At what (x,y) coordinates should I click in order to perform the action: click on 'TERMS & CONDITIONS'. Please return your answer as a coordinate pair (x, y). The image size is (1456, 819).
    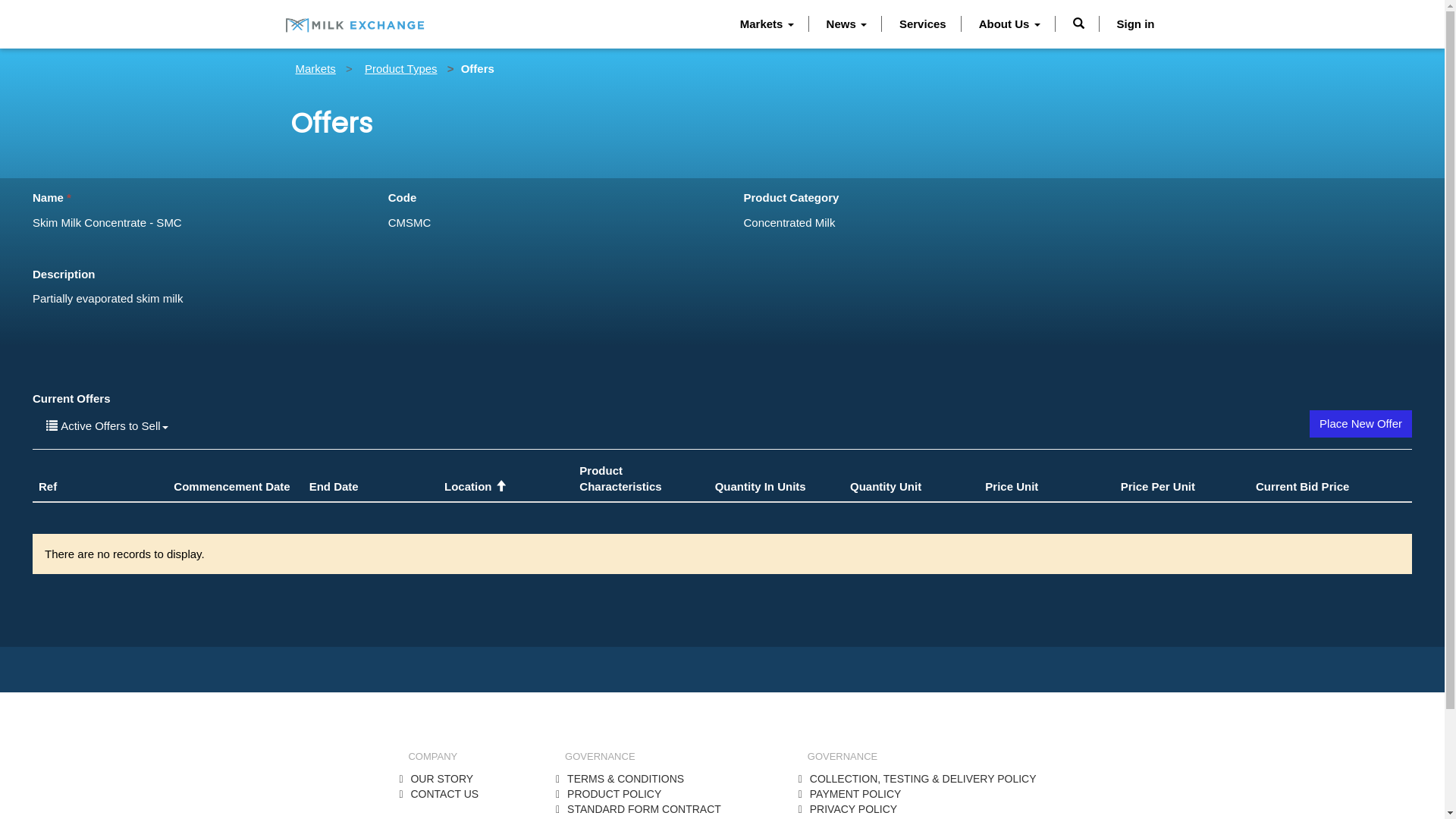
    Looking at the image, I should click on (626, 778).